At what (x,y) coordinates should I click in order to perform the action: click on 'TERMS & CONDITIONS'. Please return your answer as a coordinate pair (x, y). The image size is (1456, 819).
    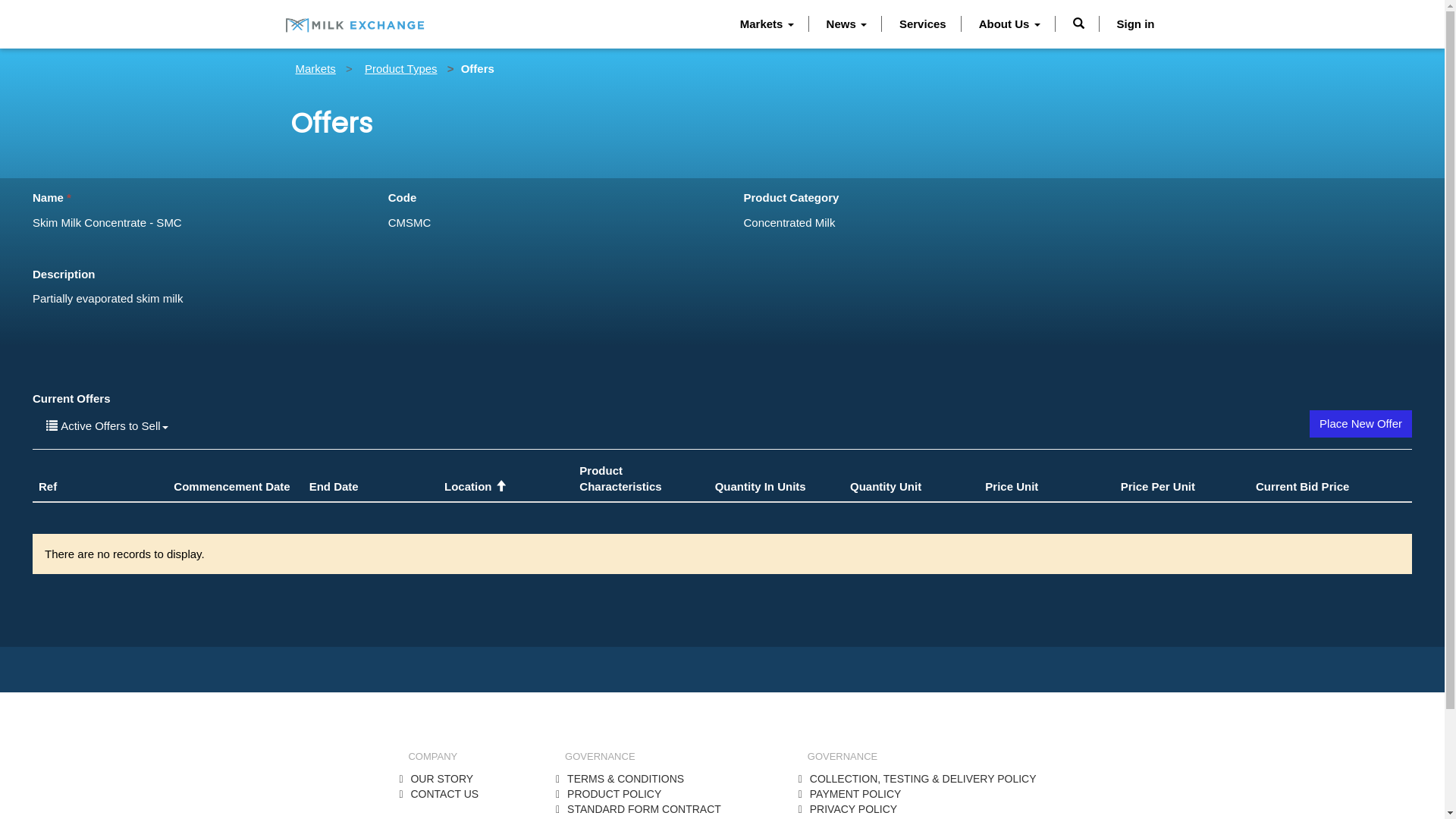
    Looking at the image, I should click on (626, 778).